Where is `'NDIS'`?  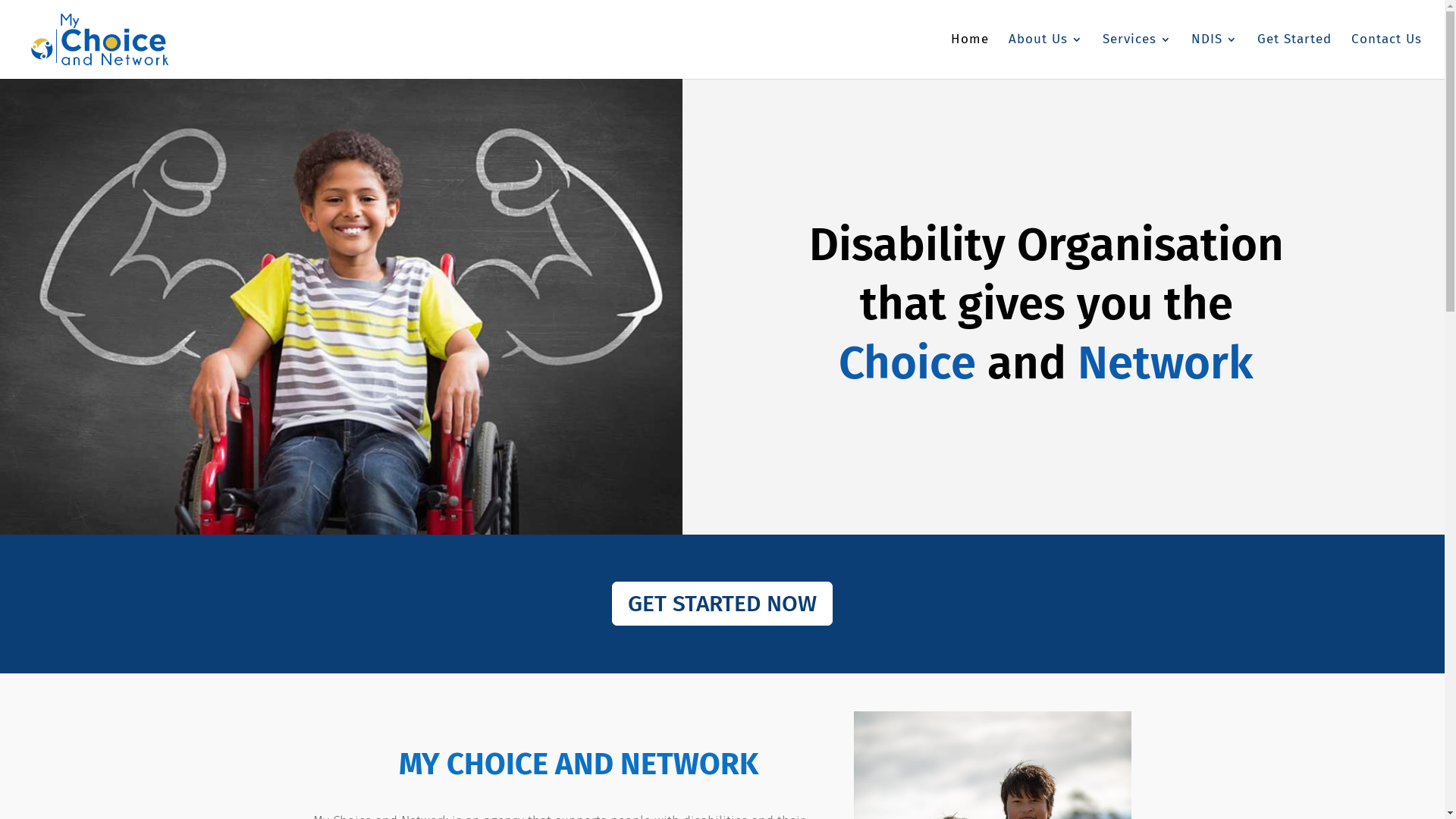 'NDIS' is located at coordinates (1214, 55).